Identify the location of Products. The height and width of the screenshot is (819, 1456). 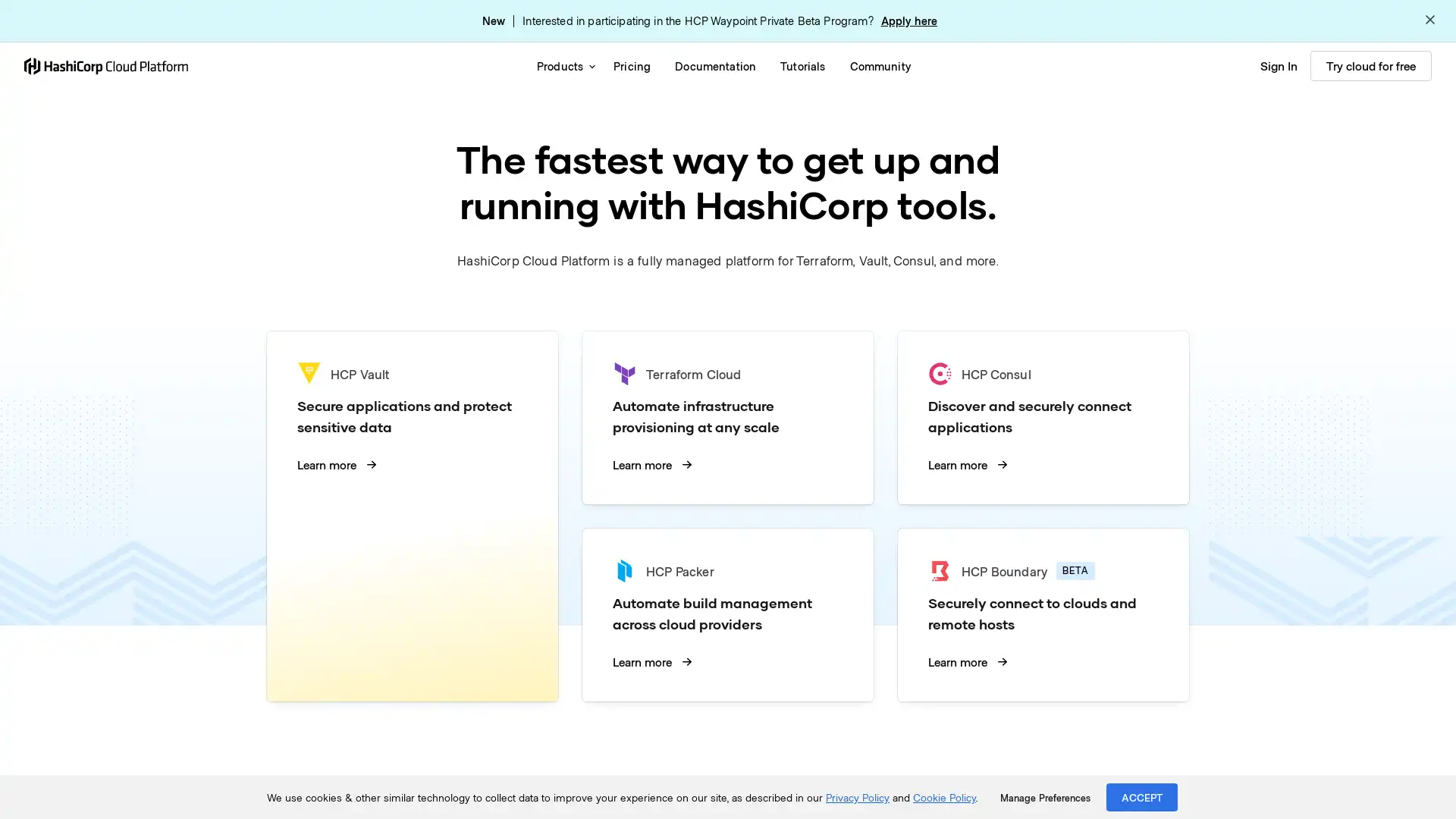
(562, 65).